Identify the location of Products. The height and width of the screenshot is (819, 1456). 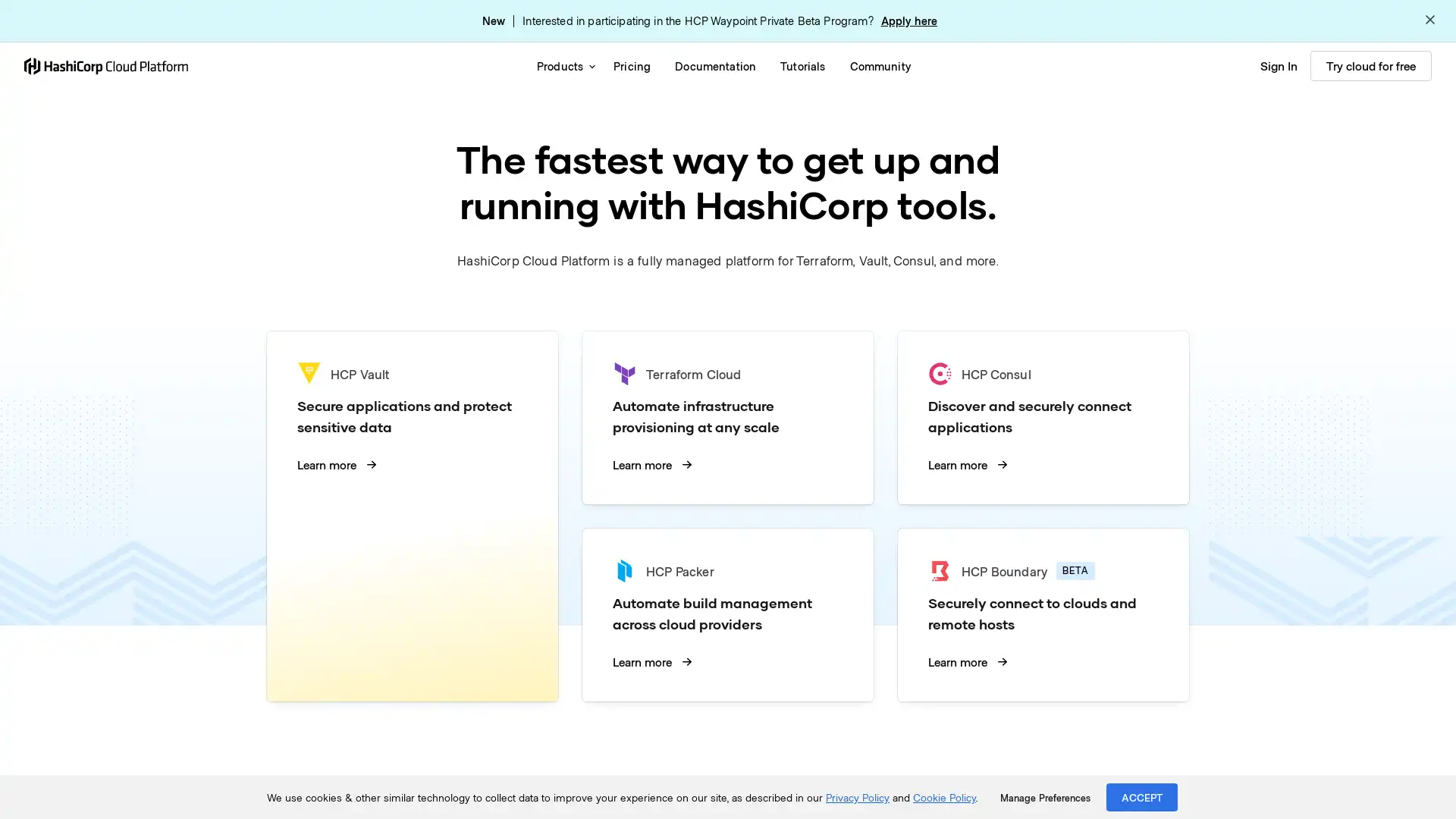
(562, 65).